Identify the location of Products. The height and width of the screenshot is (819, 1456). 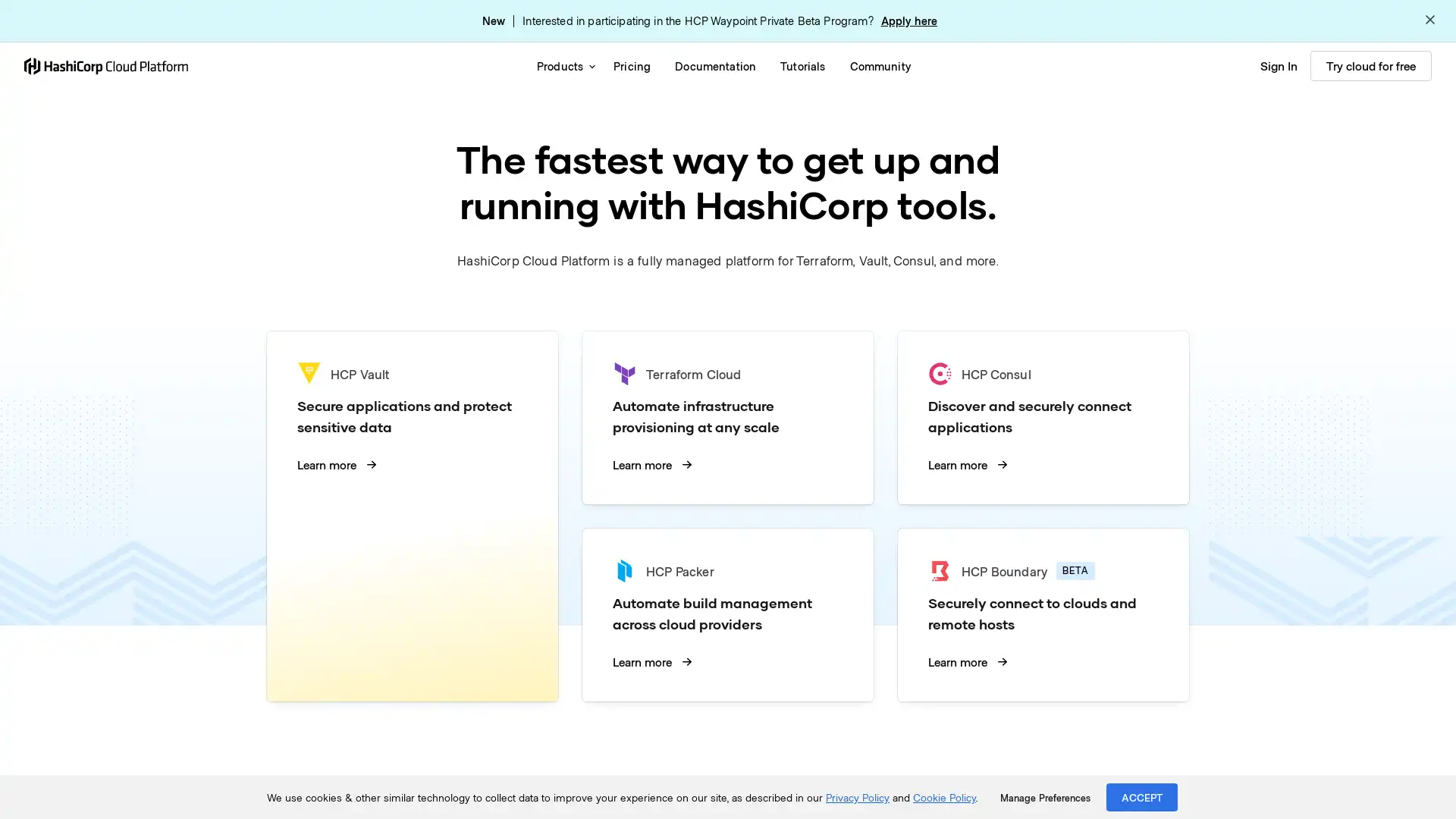
(562, 65).